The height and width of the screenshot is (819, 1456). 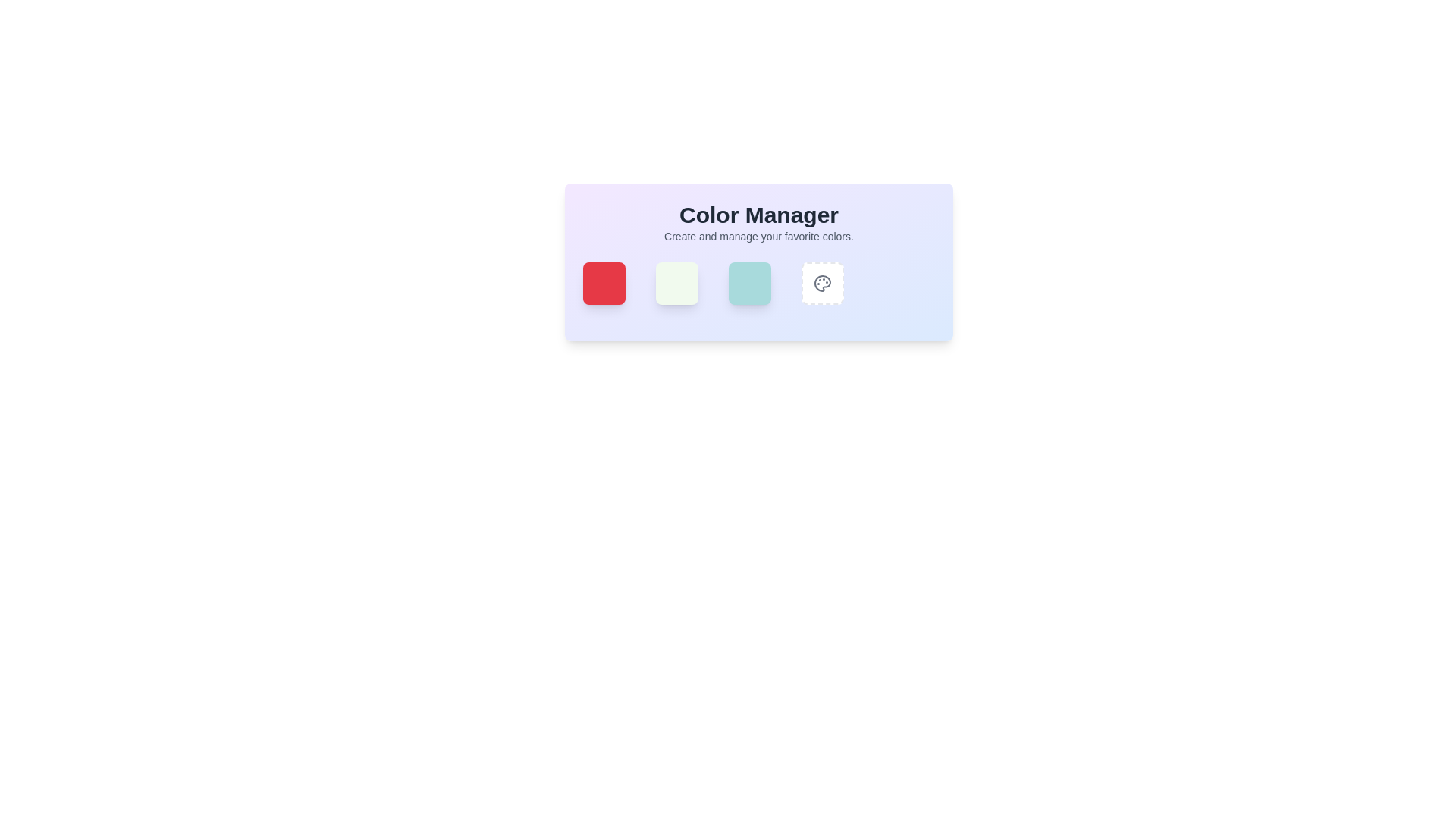 I want to click on the Text block that serves as the title and description for the 'Color Manager' feature, located at the upper section of the card with a gradient blue and purple background, so click(x=759, y=222).